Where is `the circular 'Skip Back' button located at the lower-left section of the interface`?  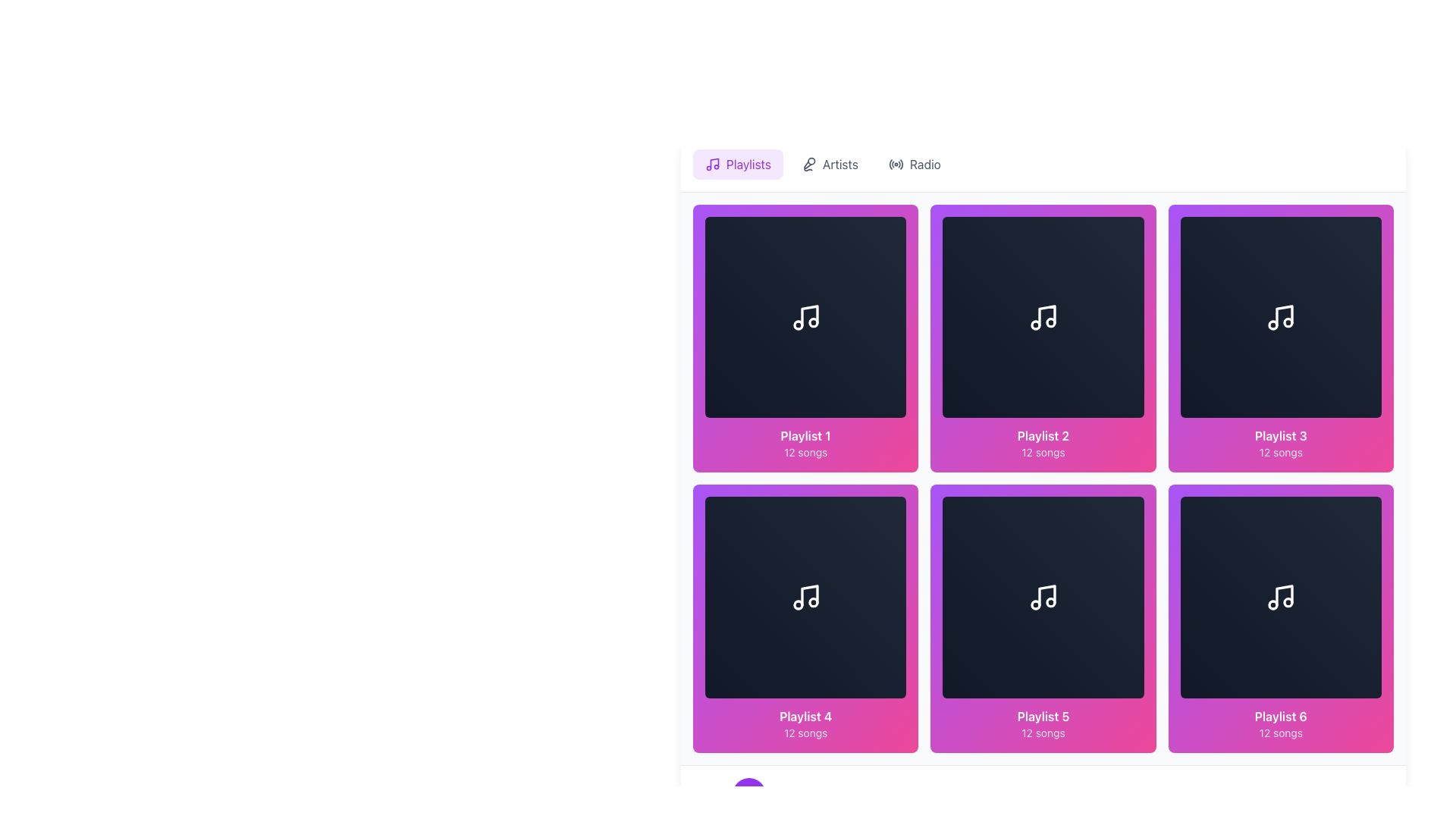 the circular 'Skip Back' button located at the lower-left section of the interface is located at coordinates (705, 792).